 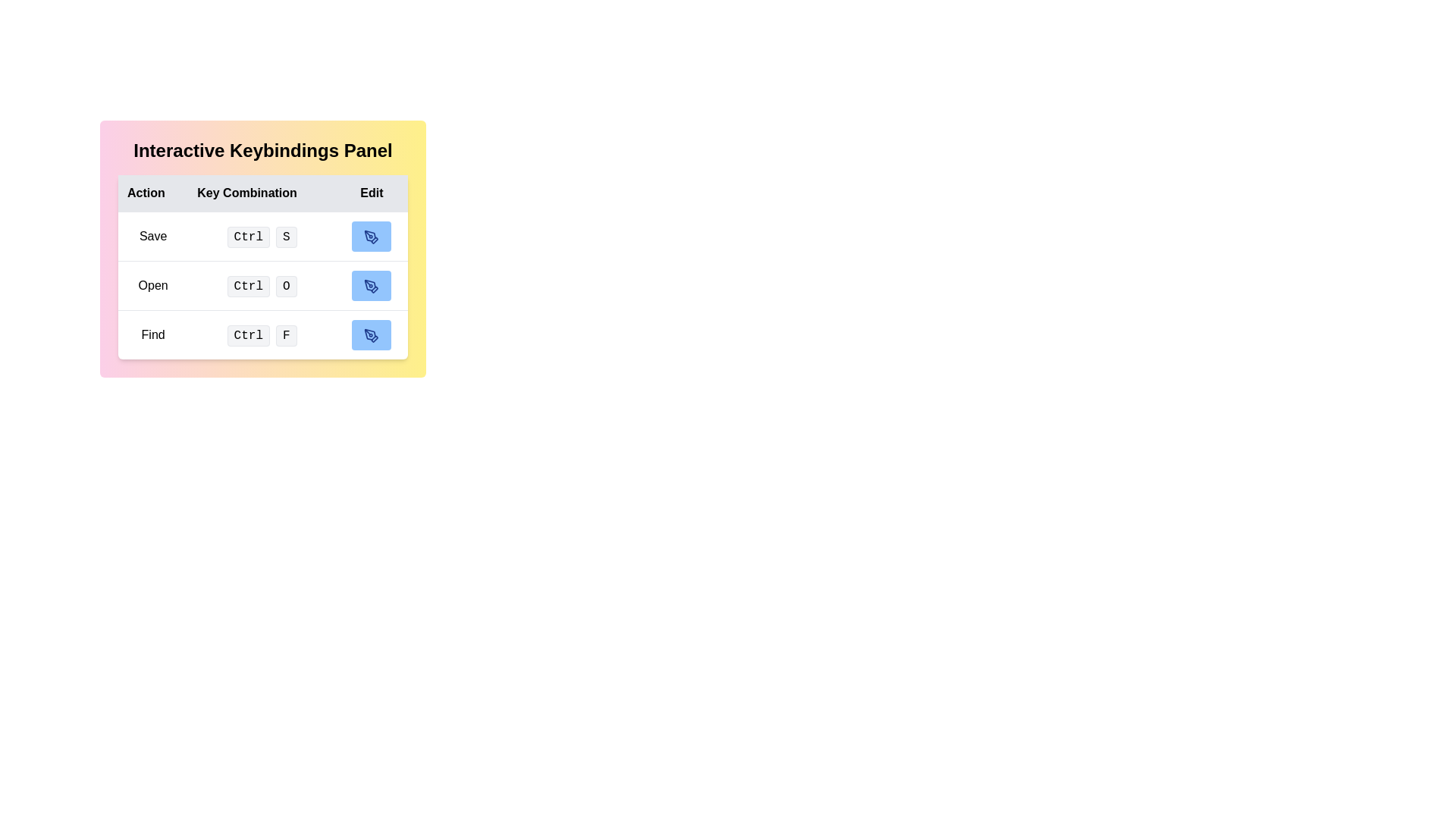 I want to click on the rounded blue button with a pen icon located in the 'Edit' column next to the 'Save' row for keyboard navigation, so click(x=372, y=237).